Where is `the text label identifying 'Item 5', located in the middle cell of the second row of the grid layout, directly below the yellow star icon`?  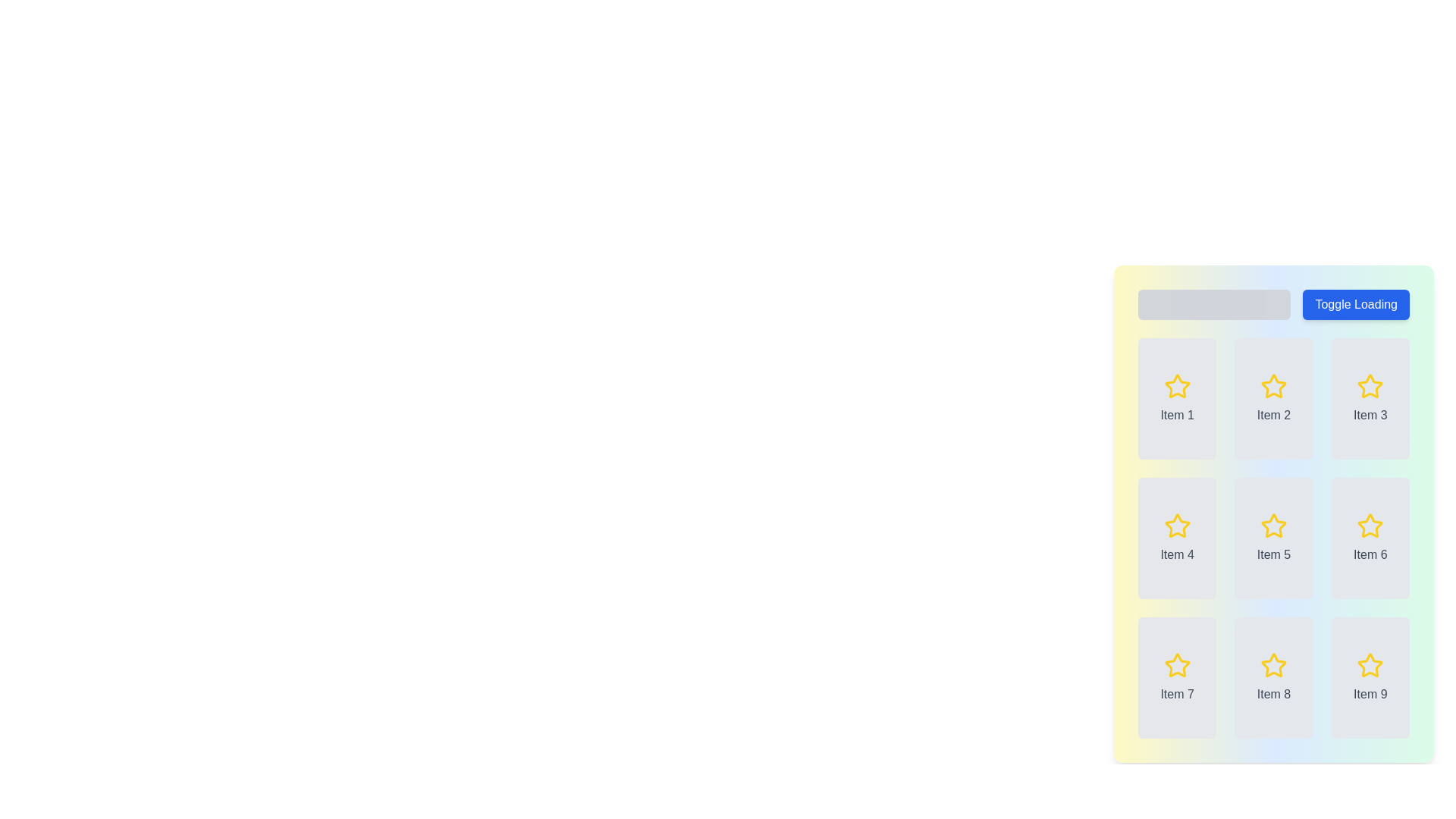
the text label identifying 'Item 5', located in the middle cell of the second row of the grid layout, directly below the yellow star icon is located at coordinates (1274, 555).